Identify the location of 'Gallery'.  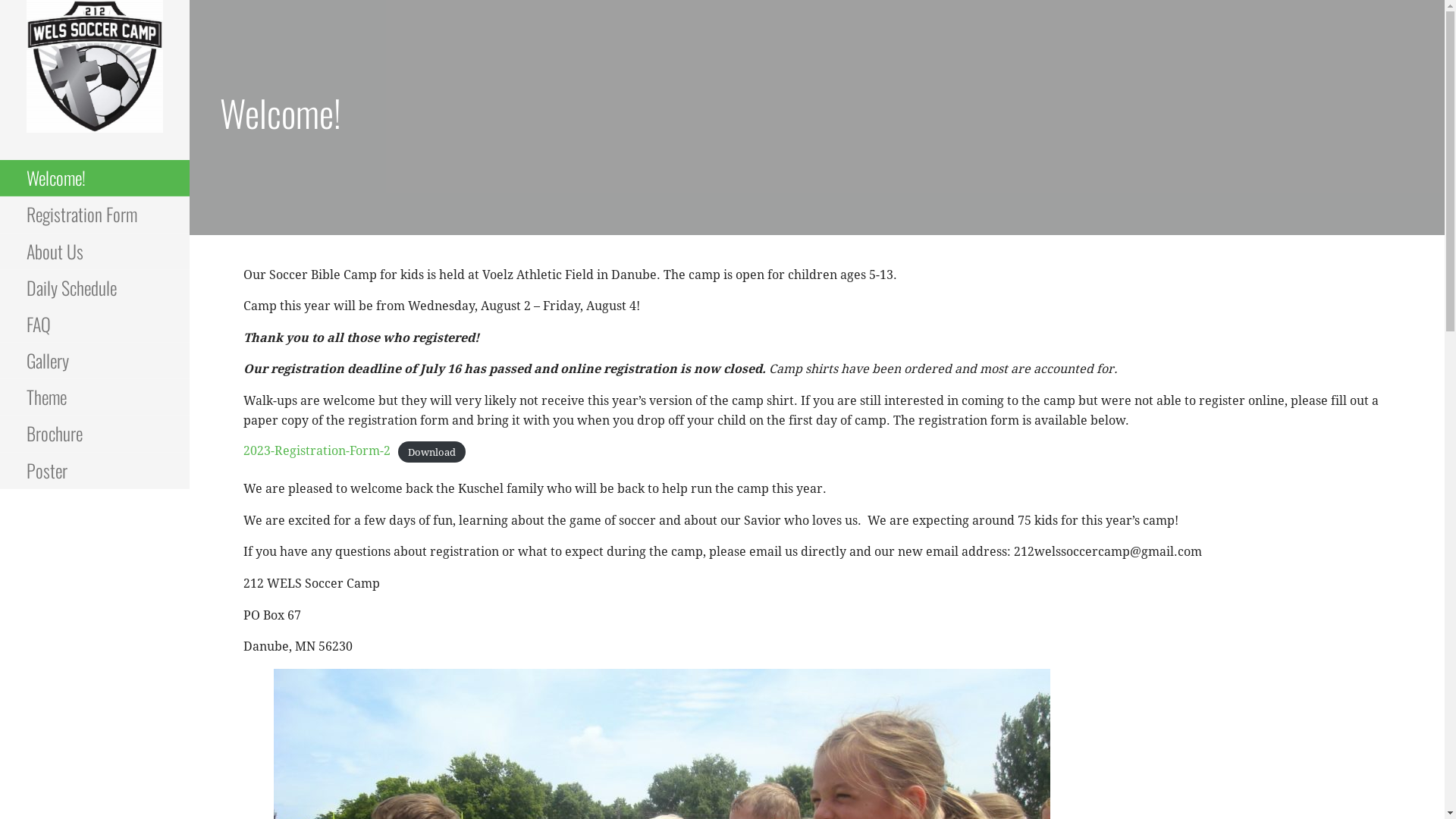
(93, 360).